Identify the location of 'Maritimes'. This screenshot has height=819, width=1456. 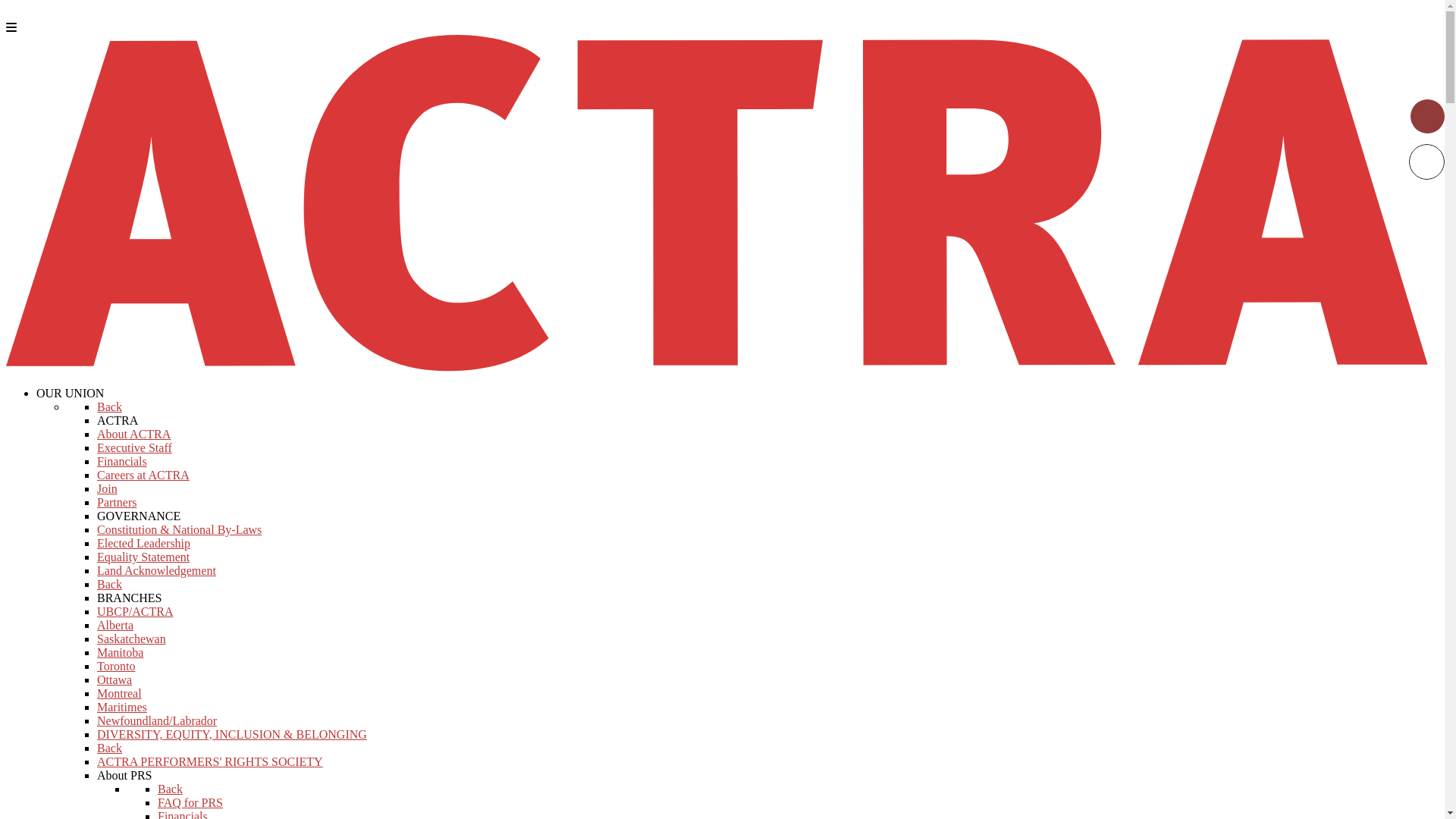
(122, 707).